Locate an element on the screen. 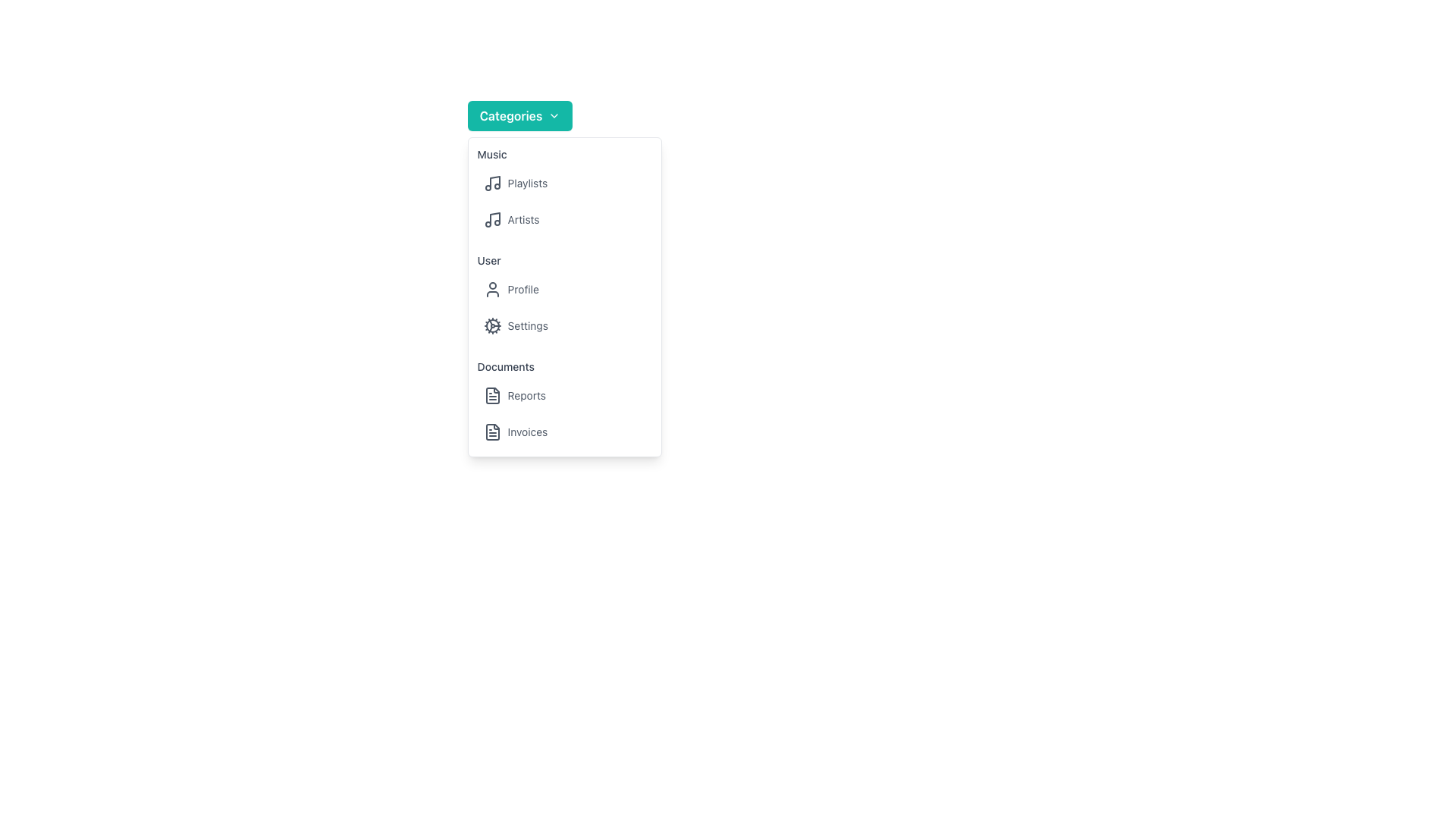 This screenshot has width=1456, height=819. the 'Settings' button located in the 'User' category of the 'Categories' dropdown menu is located at coordinates (563, 325).